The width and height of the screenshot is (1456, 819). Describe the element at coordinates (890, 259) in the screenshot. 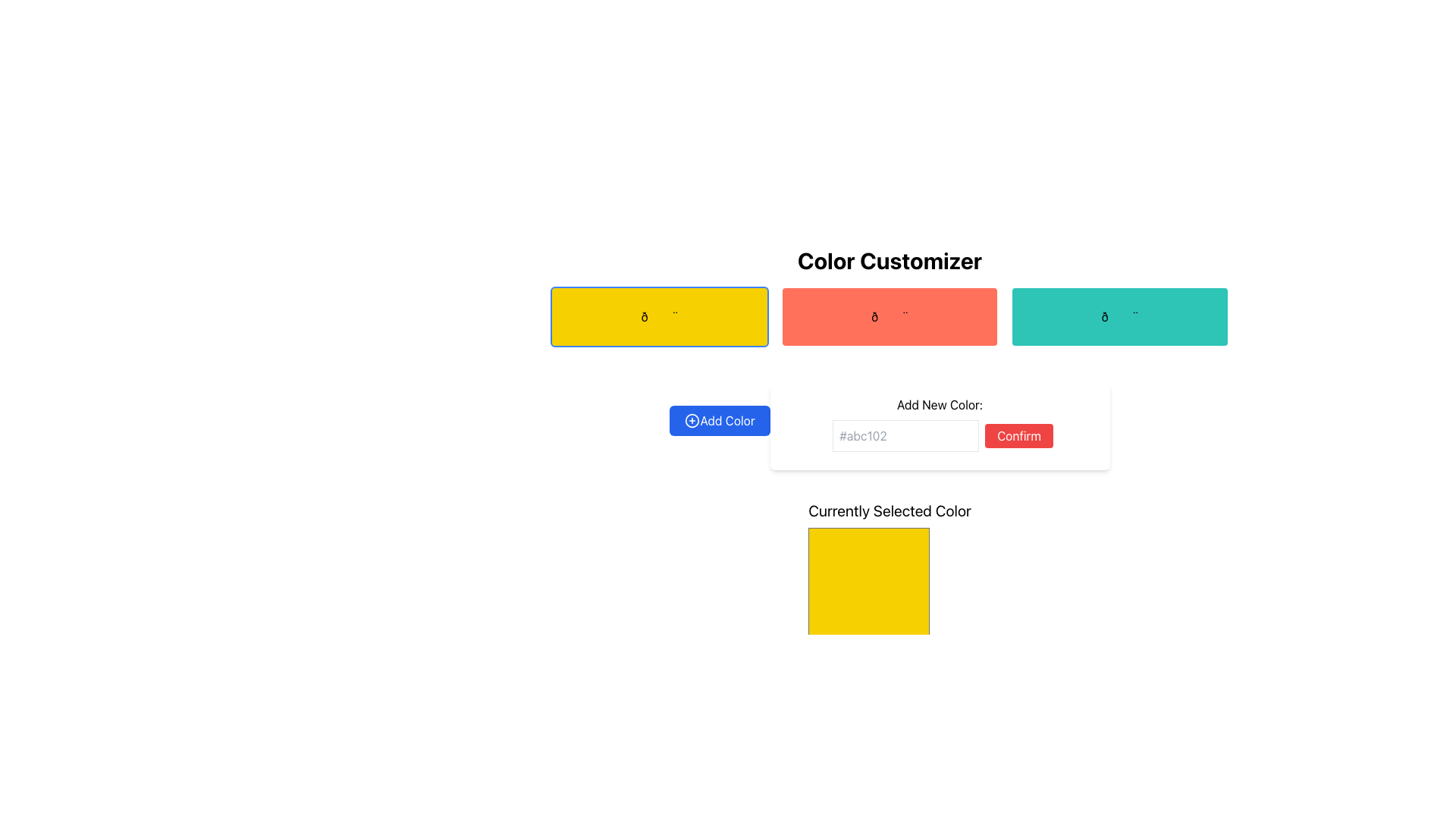

I see `the text label that reads 'Color Customizer', which is centrally located near the top of the user interface above the color buttons` at that location.